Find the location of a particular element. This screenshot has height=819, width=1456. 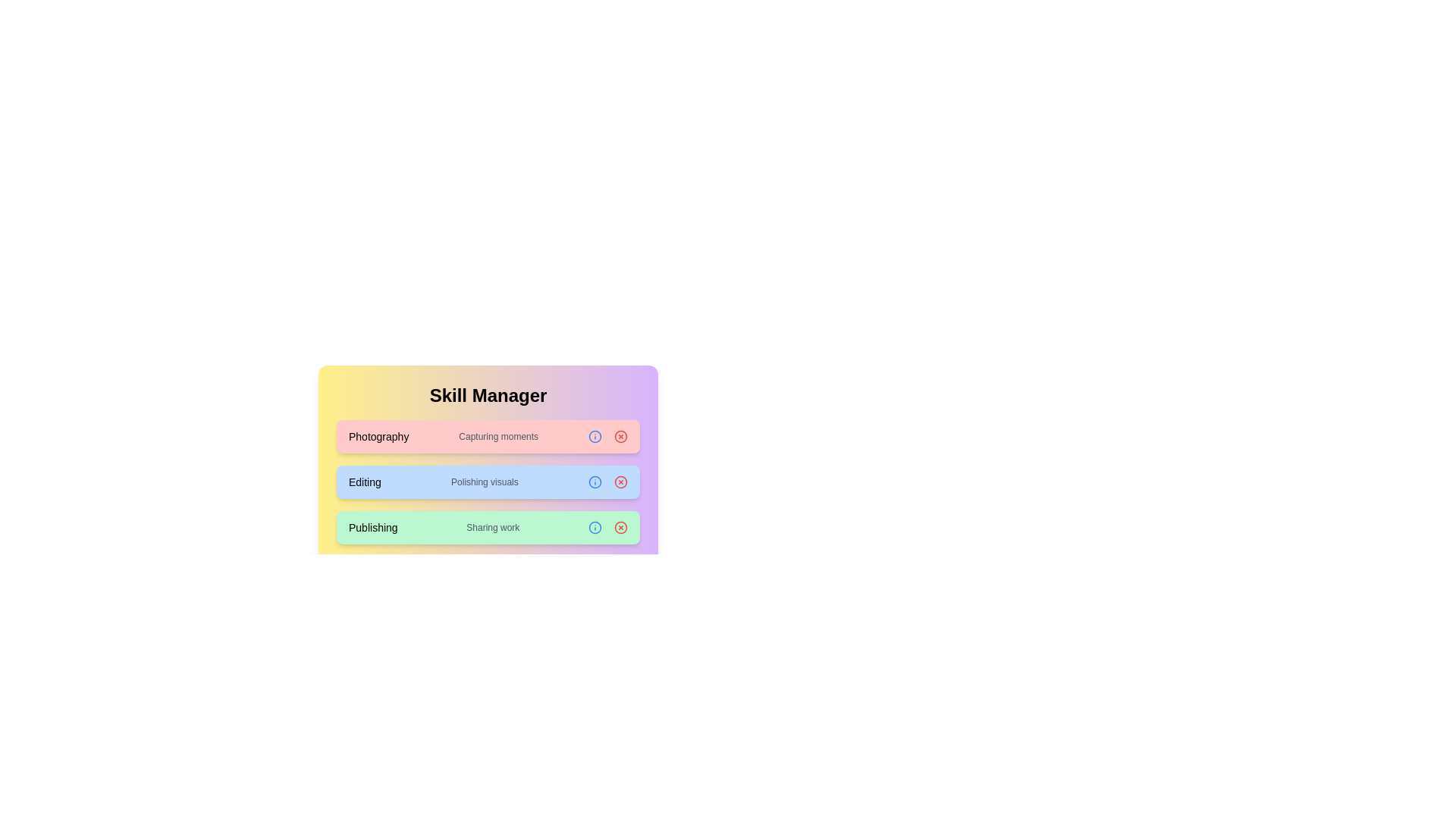

the text content of the chip labeled Editing is located at coordinates (365, 482).